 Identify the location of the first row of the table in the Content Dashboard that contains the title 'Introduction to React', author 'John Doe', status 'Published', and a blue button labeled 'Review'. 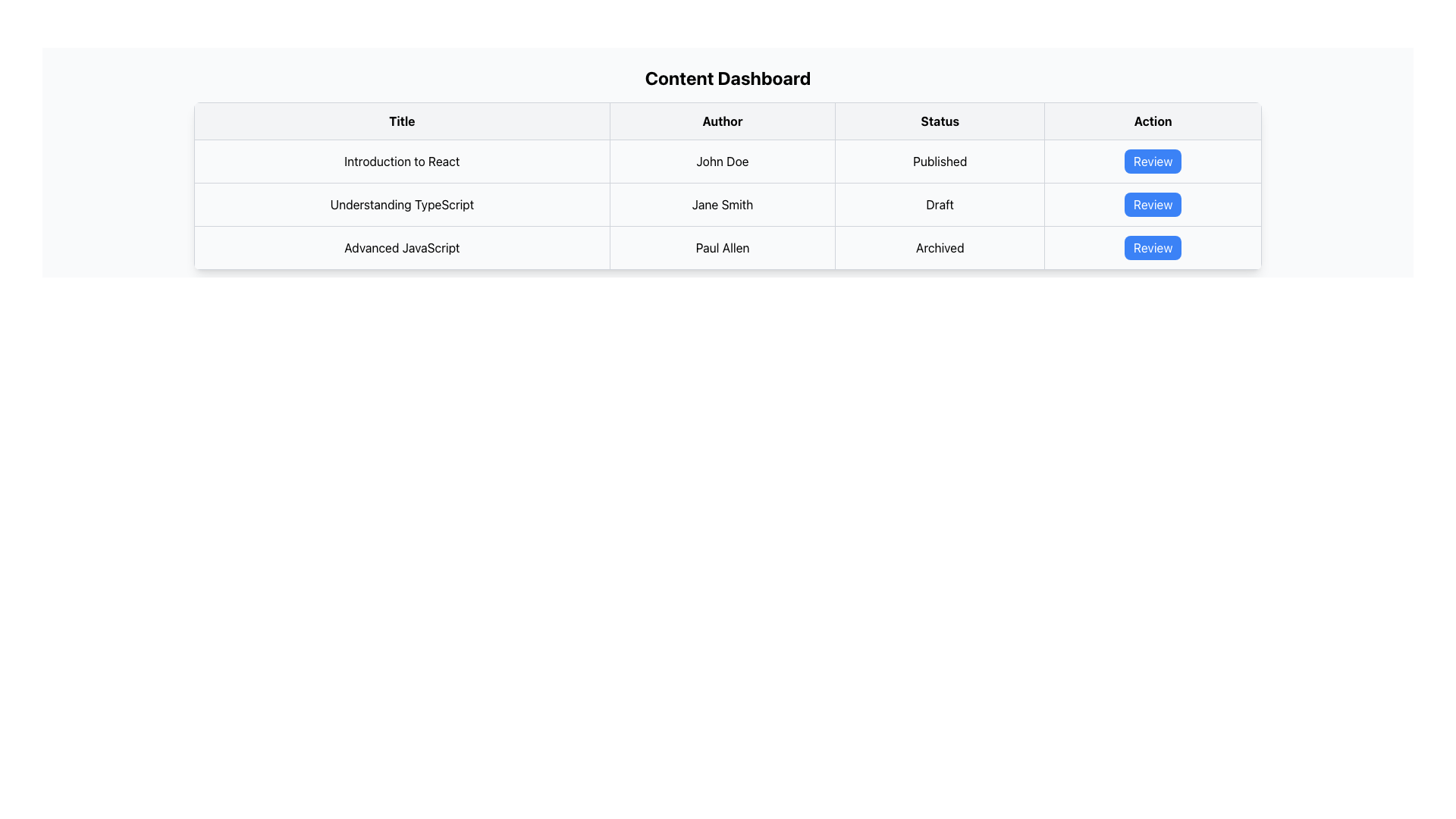
(728, 161).